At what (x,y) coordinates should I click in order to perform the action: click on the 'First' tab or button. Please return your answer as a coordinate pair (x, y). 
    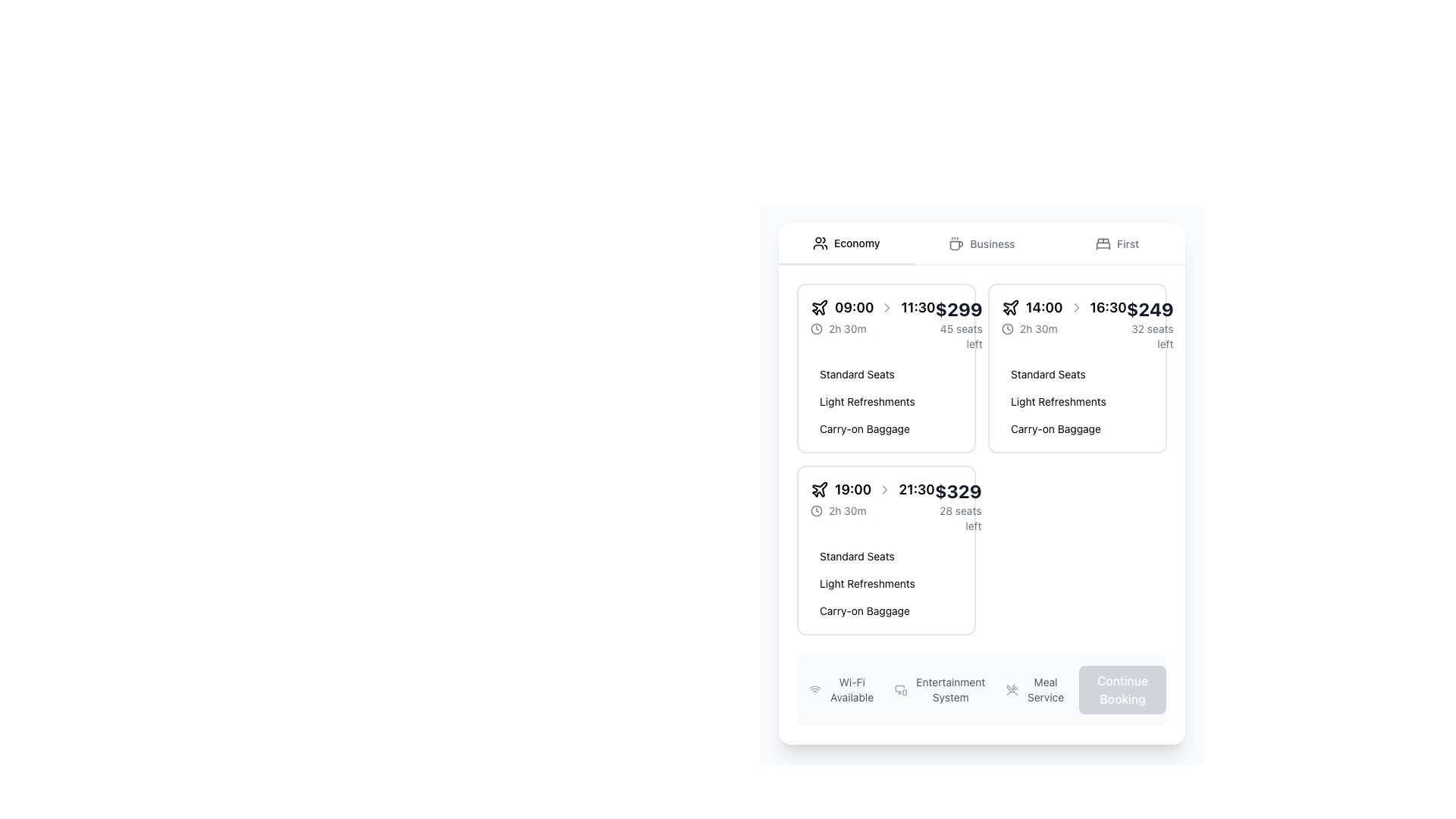
    Looking at the image, I should click on (1117, 243).